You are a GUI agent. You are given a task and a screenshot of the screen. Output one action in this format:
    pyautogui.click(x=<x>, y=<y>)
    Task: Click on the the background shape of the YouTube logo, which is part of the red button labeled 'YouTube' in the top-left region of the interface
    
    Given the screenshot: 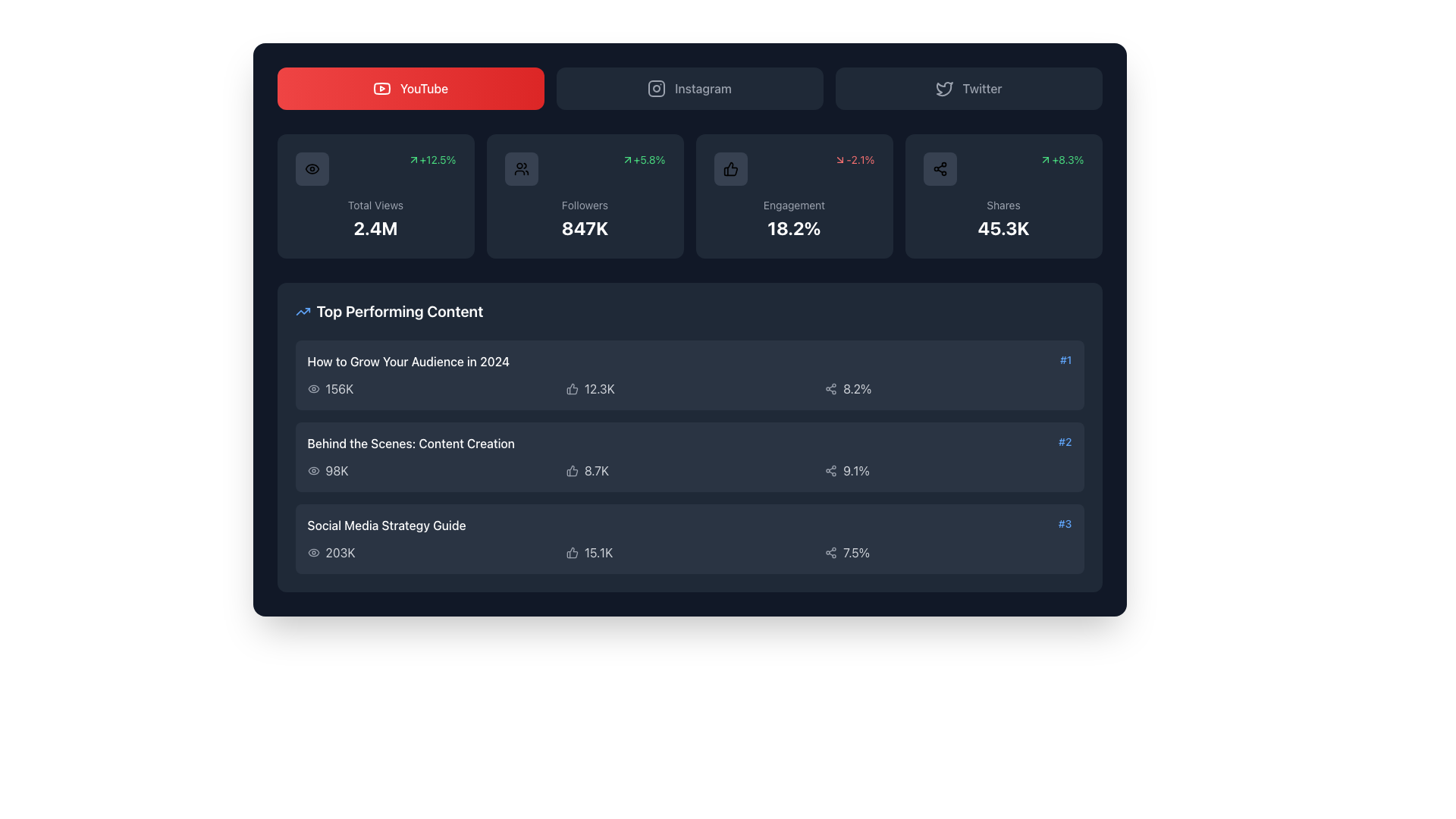 What is the action you would take?
    pyautogui.click(x=381, y=88)
    